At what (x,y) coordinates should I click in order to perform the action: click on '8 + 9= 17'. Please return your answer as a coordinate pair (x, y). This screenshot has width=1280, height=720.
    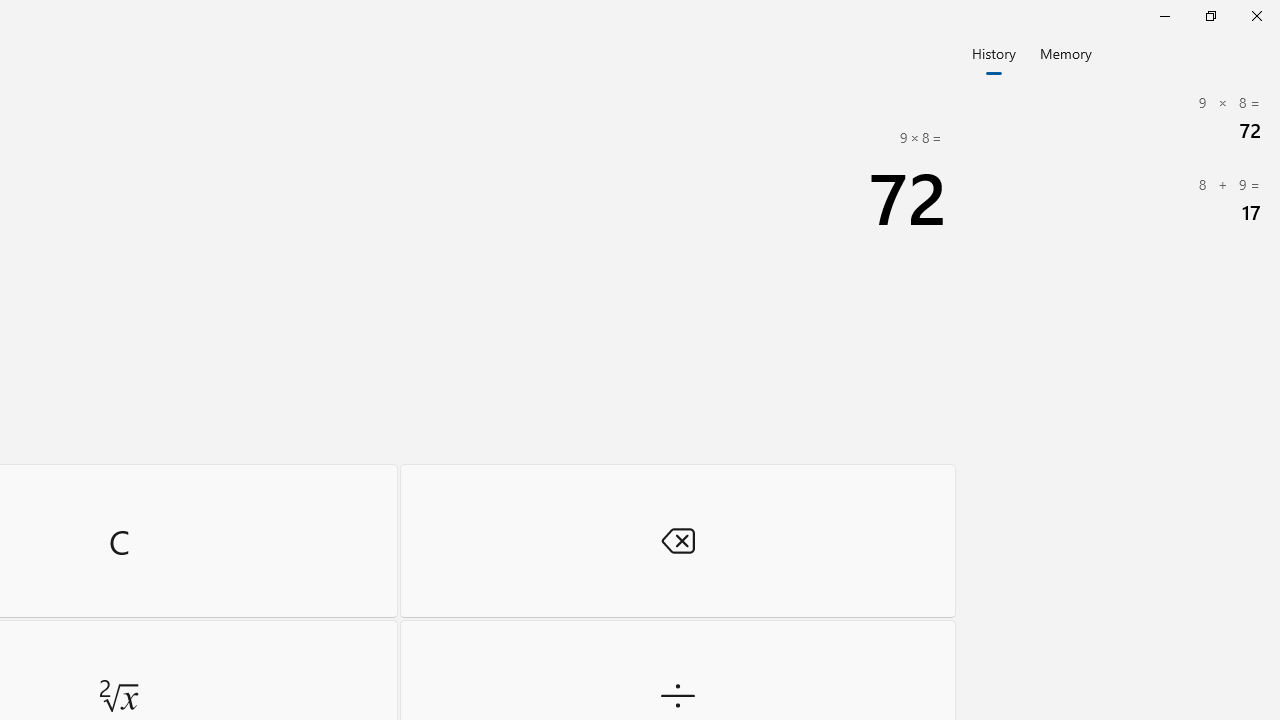
    Looking at the image, I should click on (1120, 200).